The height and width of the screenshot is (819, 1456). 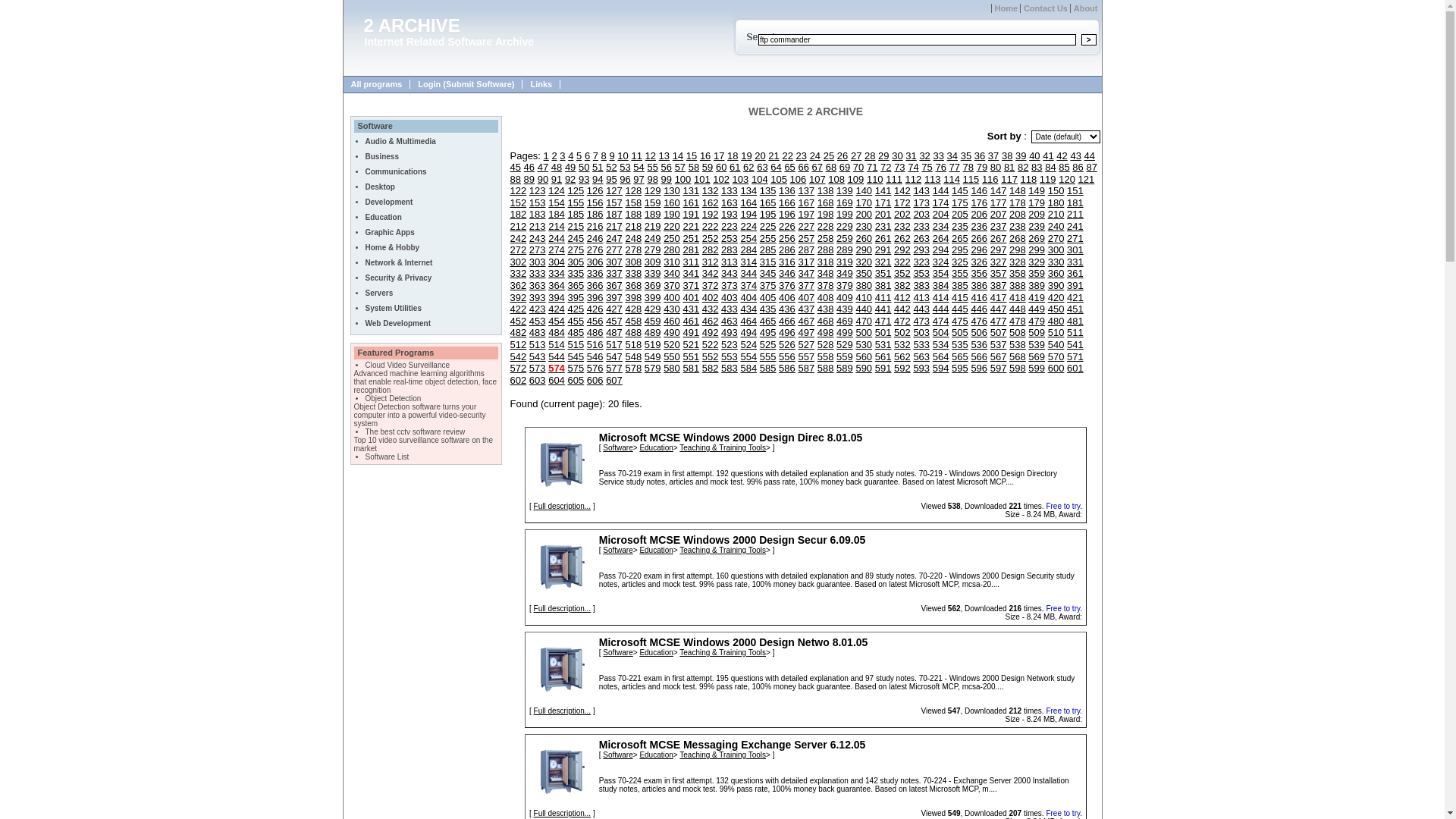 I want to click on '150', so click(x=1055, y=190).